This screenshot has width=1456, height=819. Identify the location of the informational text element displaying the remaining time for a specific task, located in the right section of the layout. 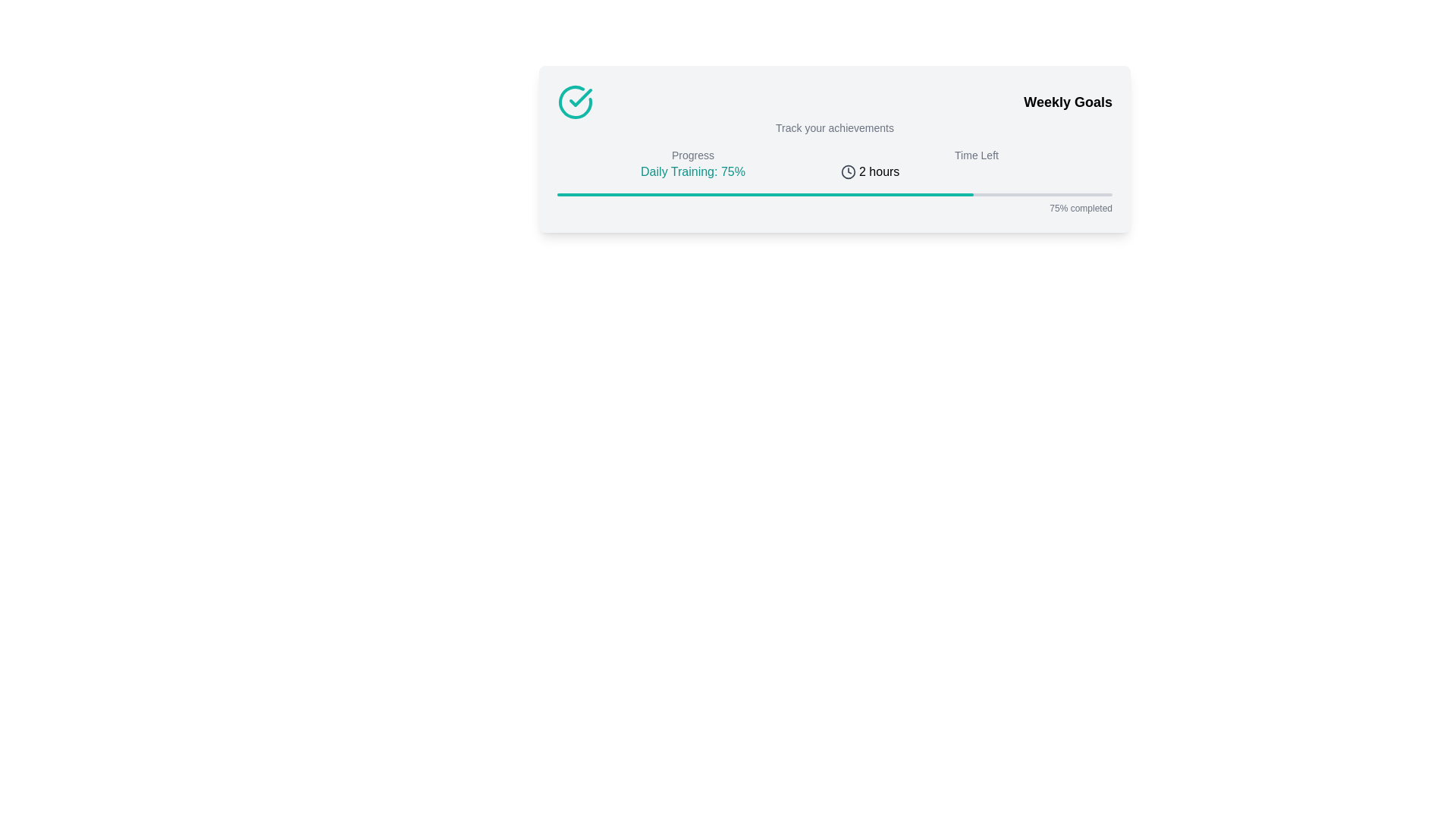
(976, 164).